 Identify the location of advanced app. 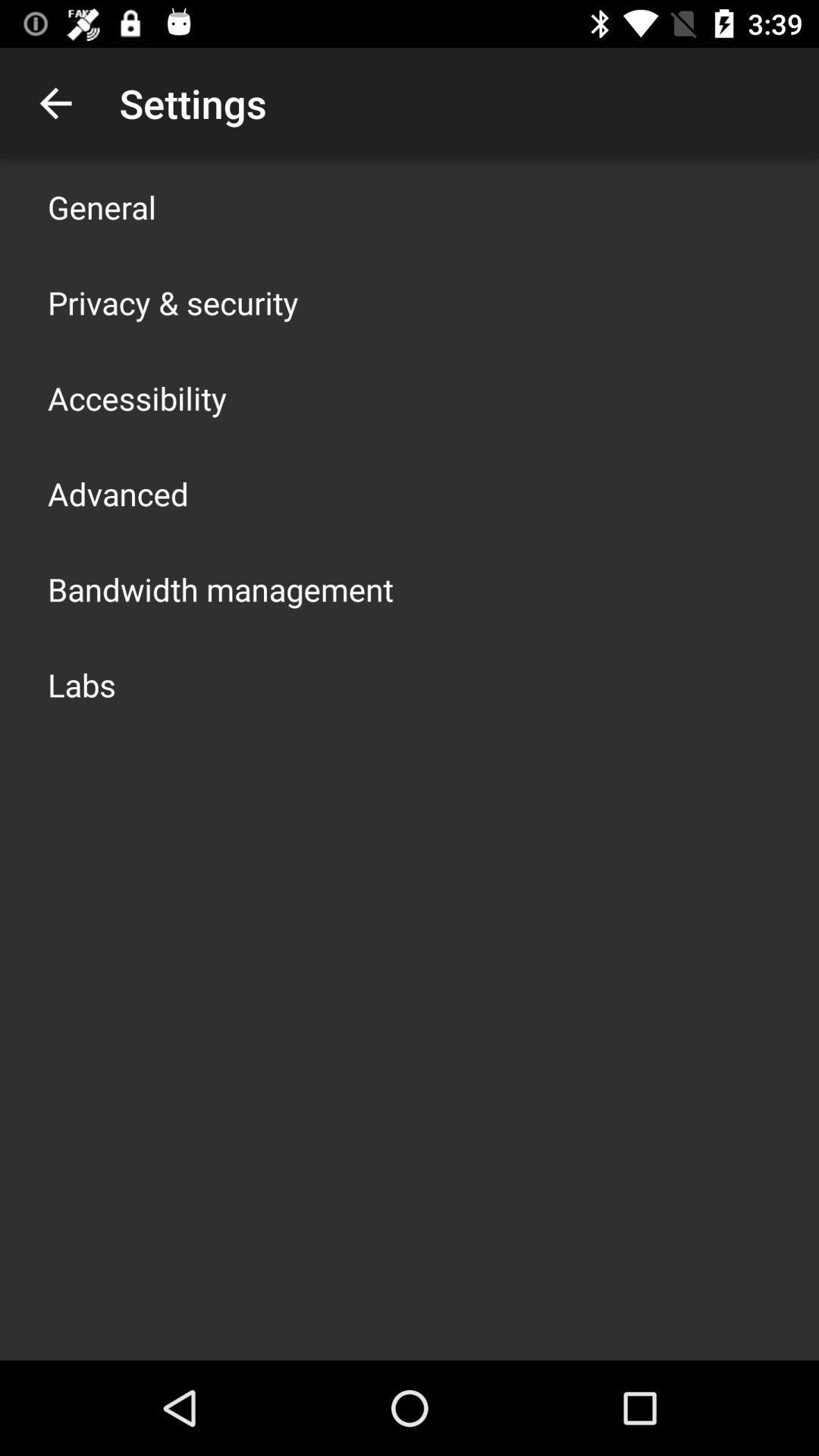
(117, 494).